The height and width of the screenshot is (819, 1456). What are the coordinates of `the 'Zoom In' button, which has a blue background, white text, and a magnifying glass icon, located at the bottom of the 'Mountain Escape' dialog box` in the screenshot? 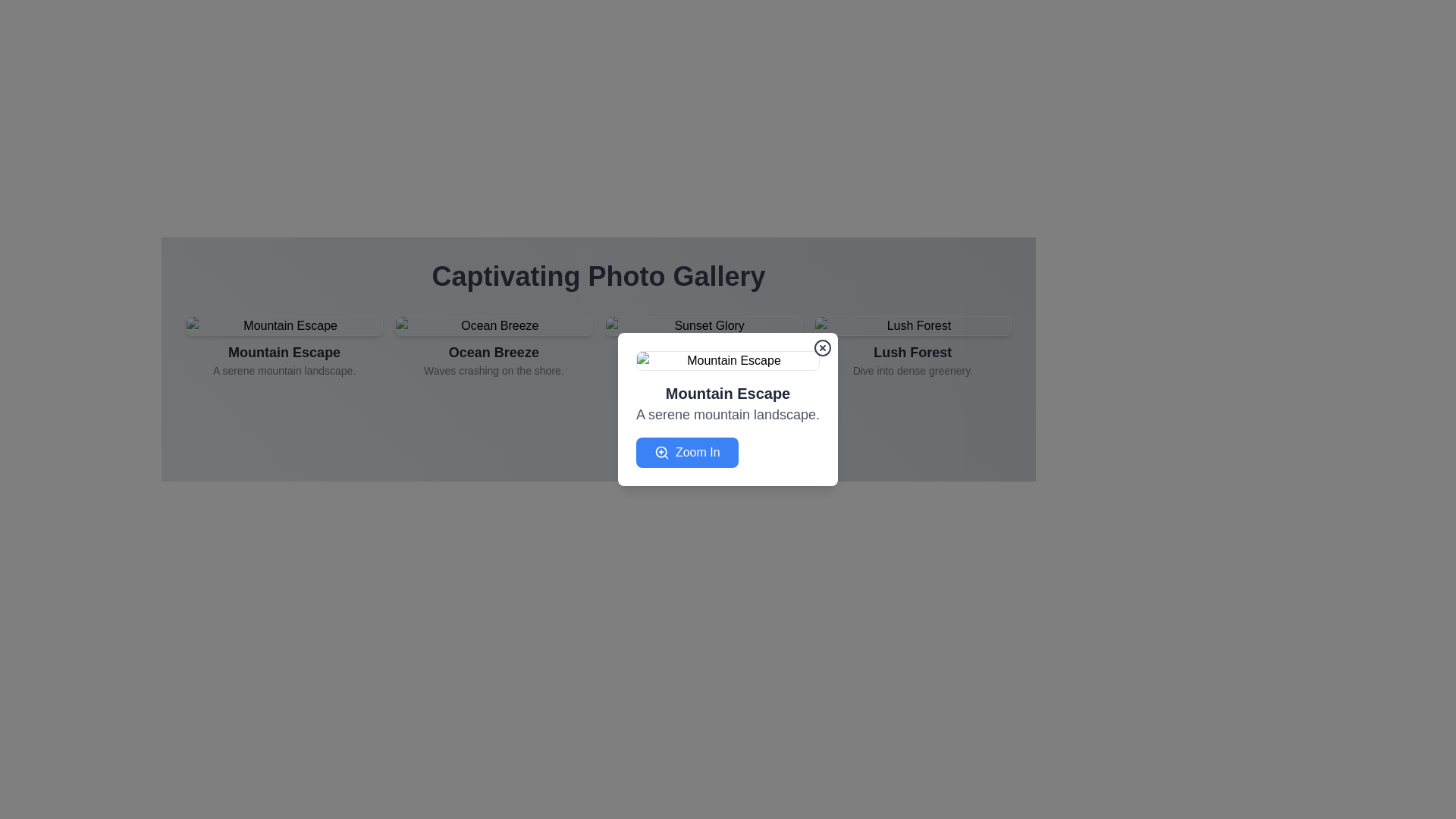 It's located at (686, 452).